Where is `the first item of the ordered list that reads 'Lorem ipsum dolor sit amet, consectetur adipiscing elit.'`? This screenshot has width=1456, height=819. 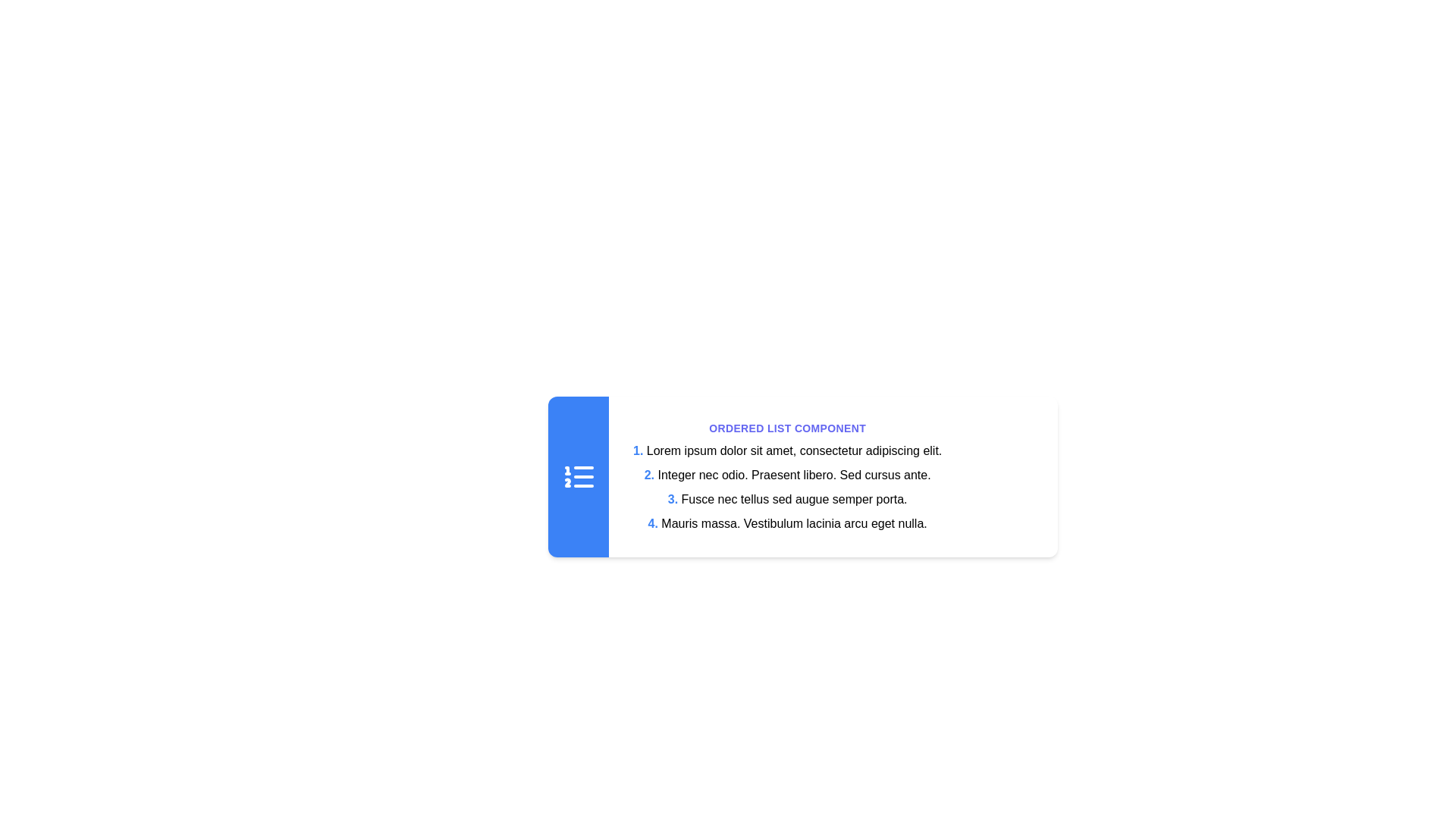 the first item of the ordered list that reads 'Lorem ipsum dolor sit amet, consectetur adipiscing elit.' is located at coordinates (787, 450).